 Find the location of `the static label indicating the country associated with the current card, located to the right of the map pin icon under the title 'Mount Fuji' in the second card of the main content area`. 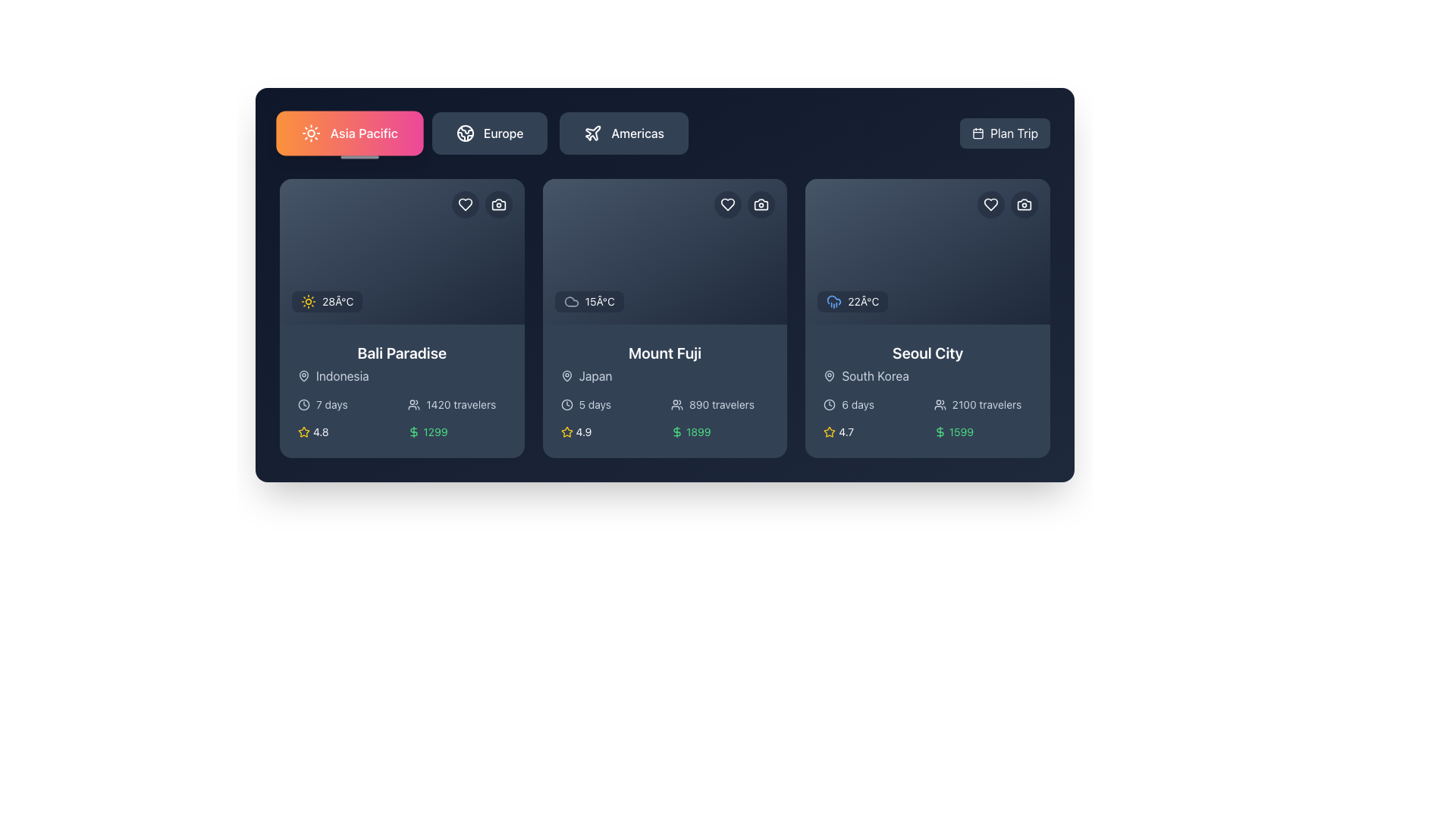

the static label indicating the country associated with the current card, located to the right of the map pin icon under the title 'Mount Fuji' in the second card of the main content area is located at coordinates (595, 375).